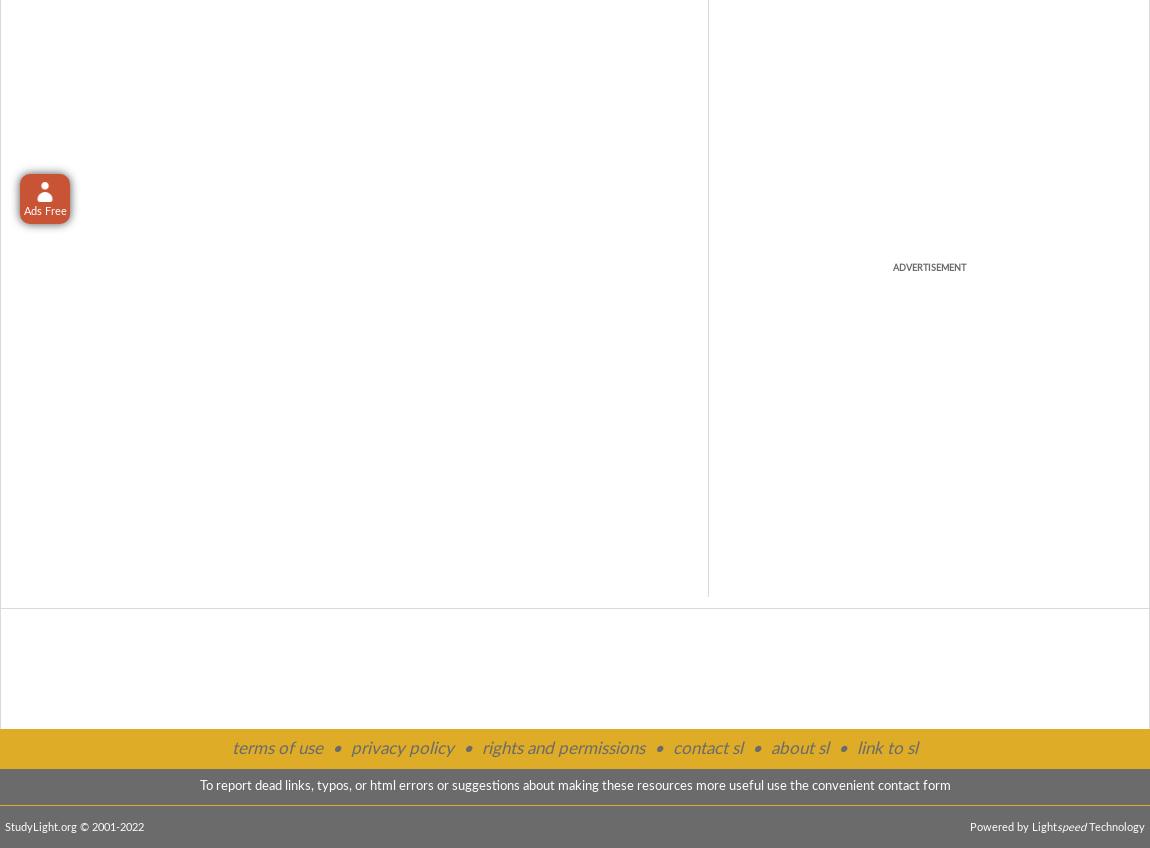 This screenshot has height=848, width=1150. I want to click on 'Powered by Light', so click(1013, 827).